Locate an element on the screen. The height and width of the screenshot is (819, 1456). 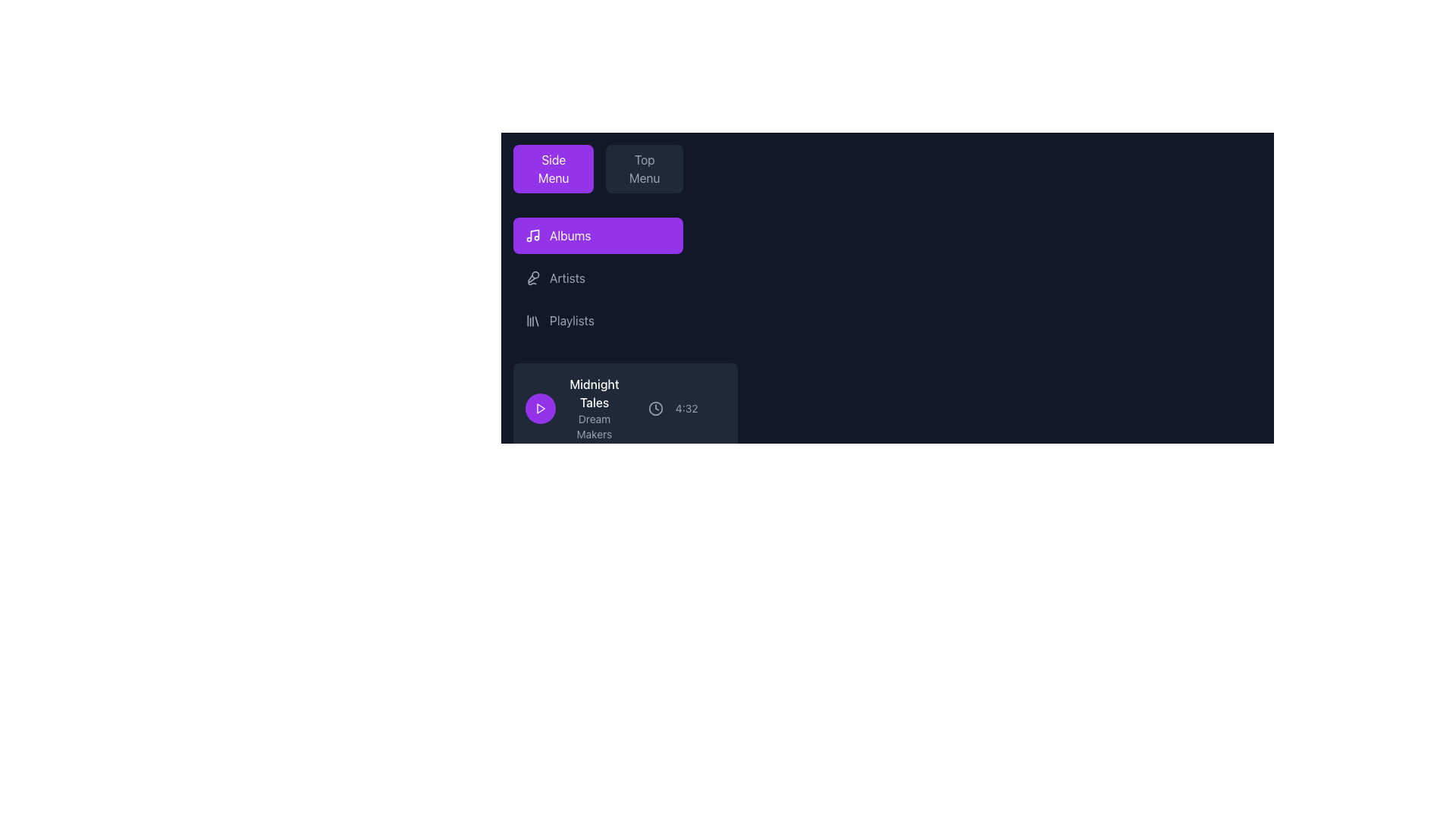
the navigation button labeled 'Playlists' located at the bottom of the vertical stack of buttons is located at coordinates (597, 320).